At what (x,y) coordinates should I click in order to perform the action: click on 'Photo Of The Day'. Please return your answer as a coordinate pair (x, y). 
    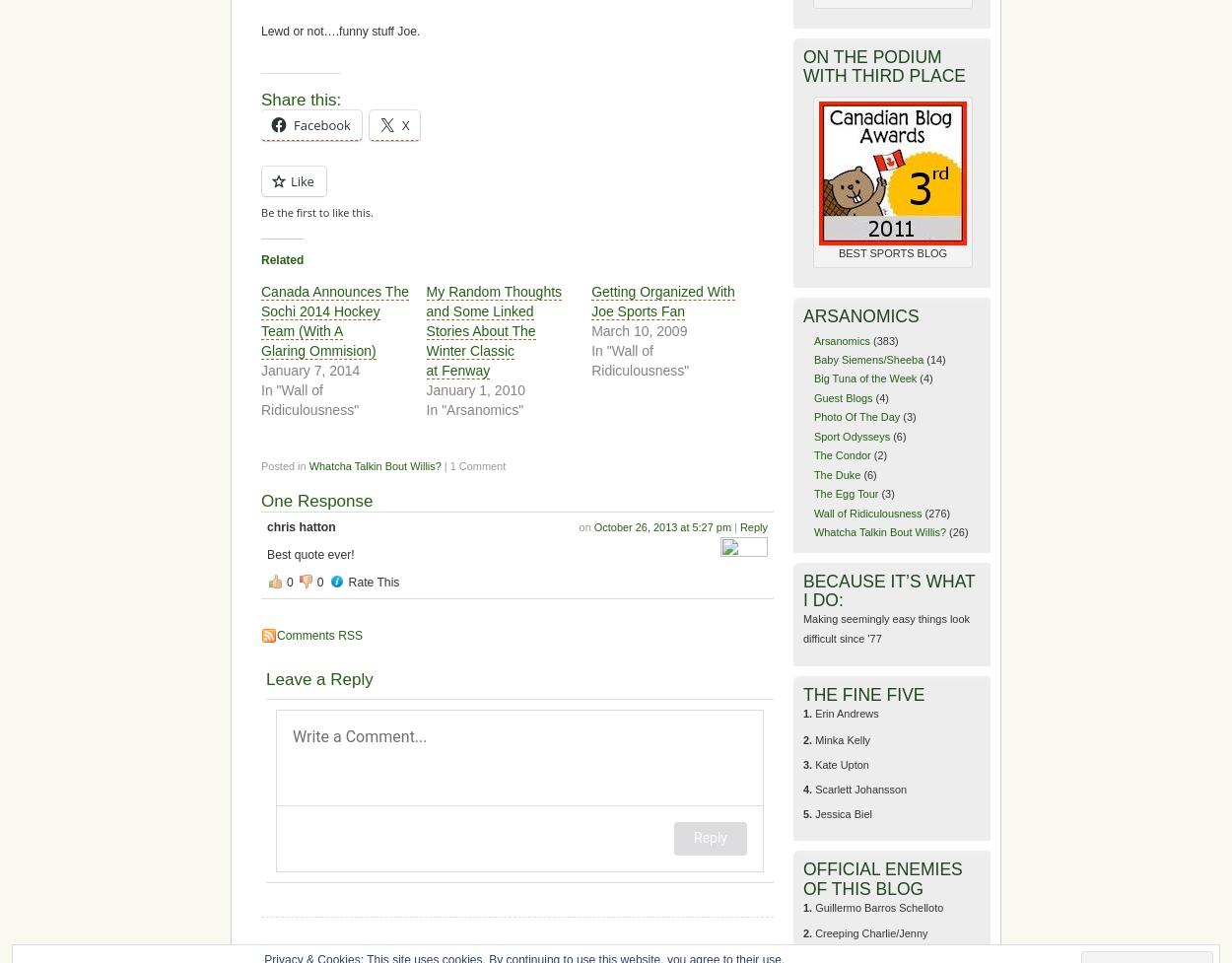
    Looking at the image, I should click on (856, 417).